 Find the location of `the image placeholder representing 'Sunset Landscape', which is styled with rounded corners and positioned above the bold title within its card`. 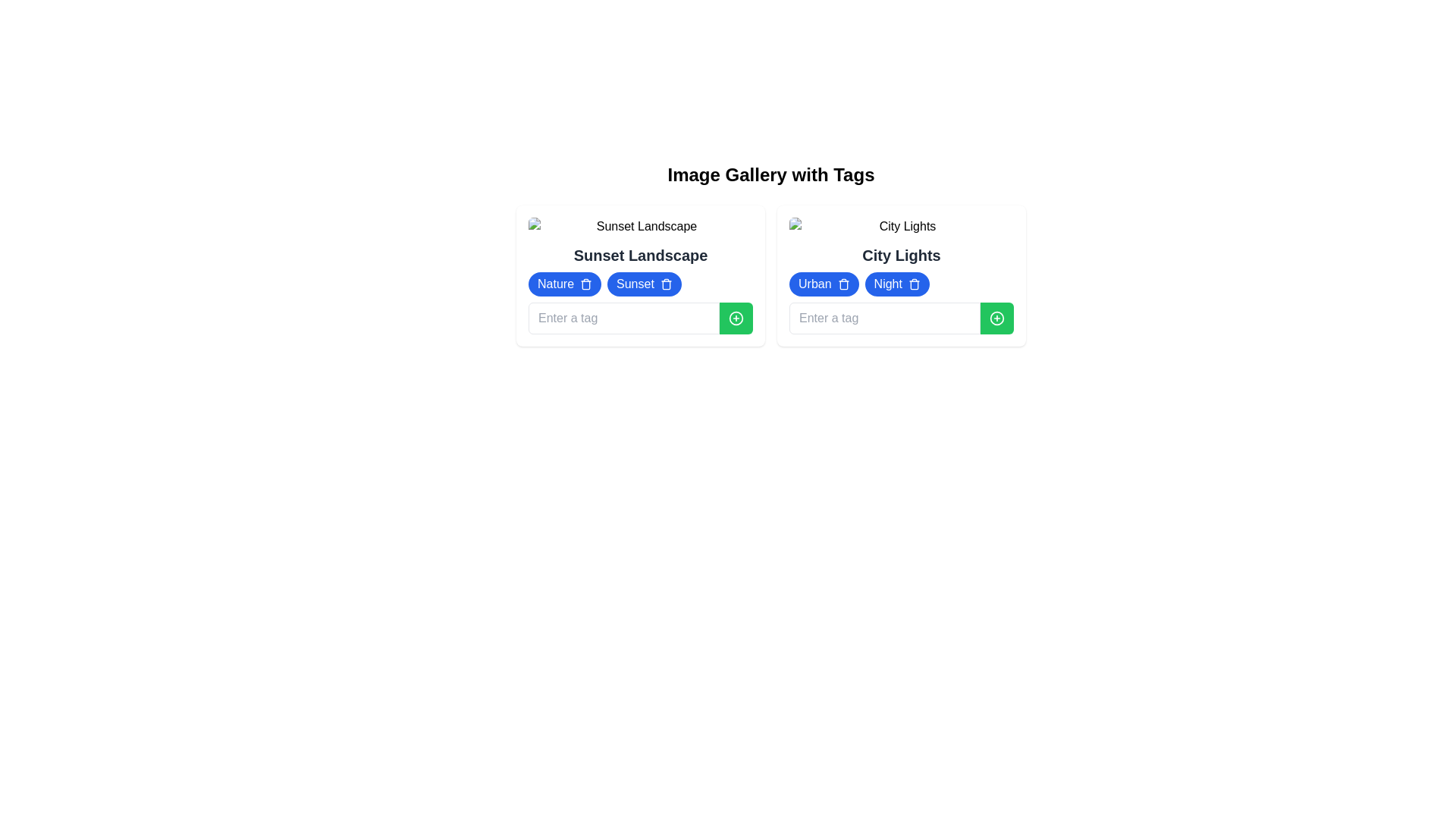

the image placeholder representing 'Sunset Landscape', which is styled with rounded corners and positioned above the bold title within its card is located at coordinates (640, 227).